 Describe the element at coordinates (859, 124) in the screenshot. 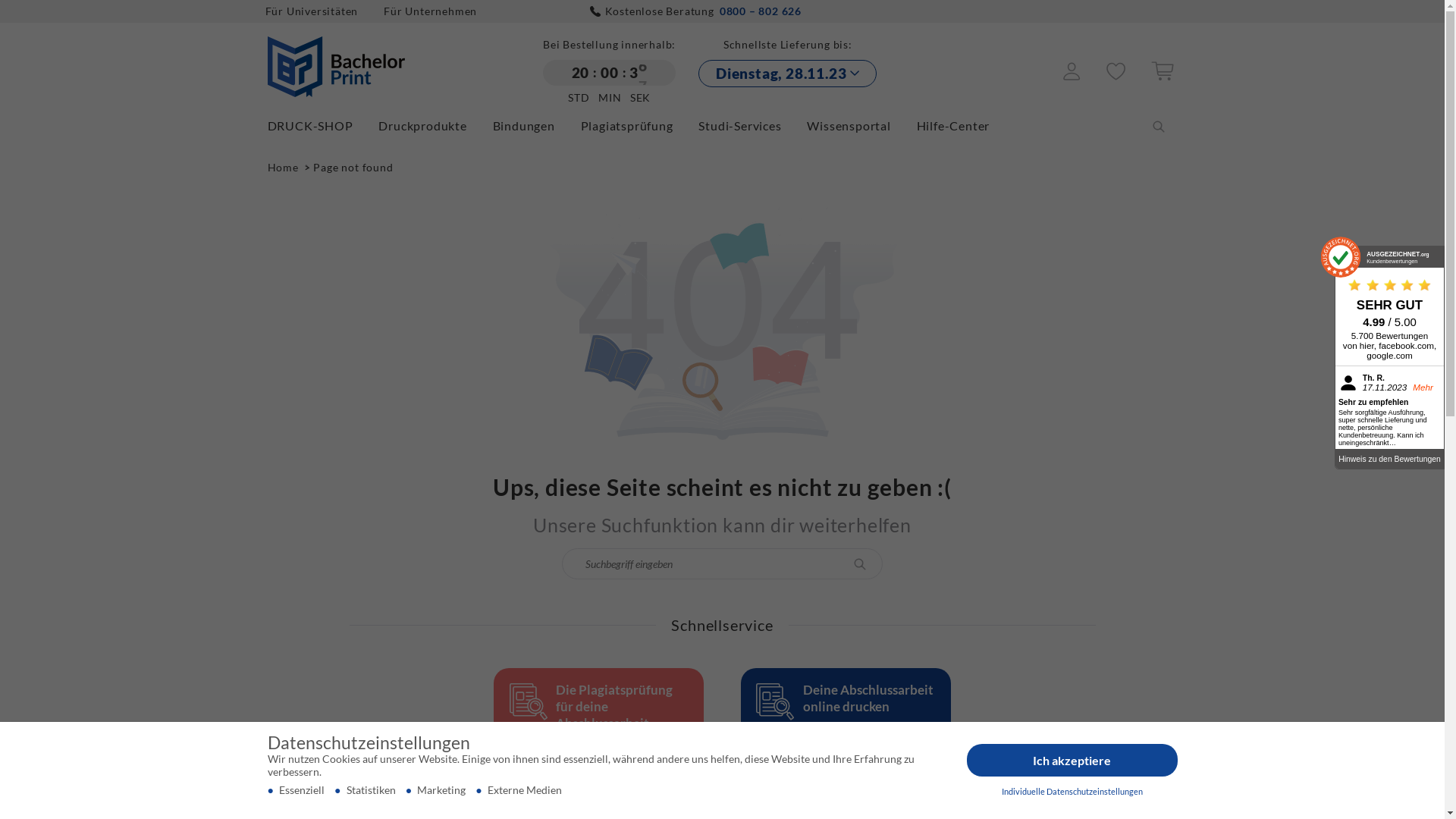

I see `'Wissensportal'` at that location.